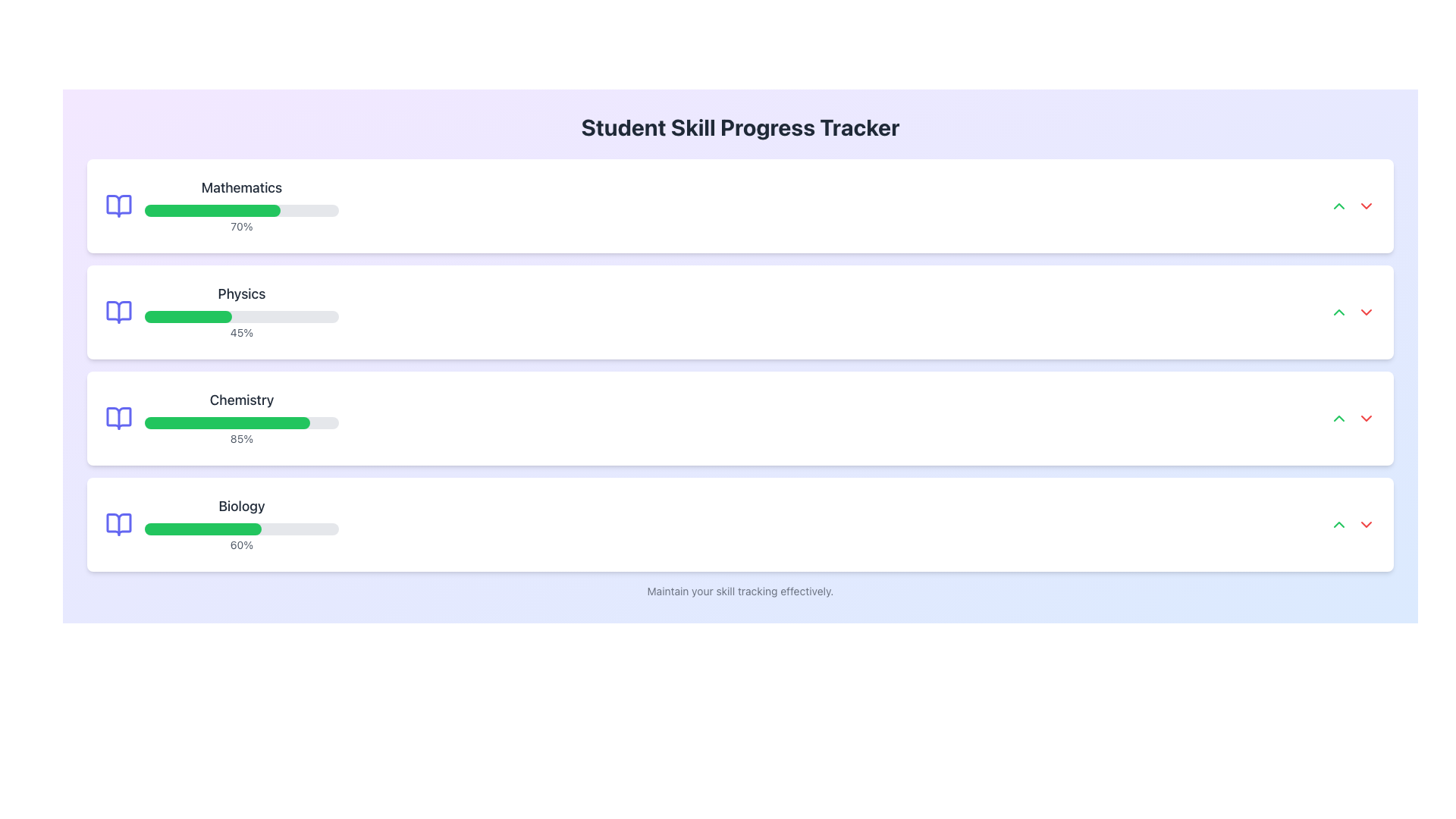 The width and height of the screenshot is (1456, 819). Describe the element at coordinates (1366, 418) in the screenshot. I see `the toggle button located in the 'Biology' section, which is the second icon to the right in the horizontal row of controls, adjacent to a green upwards-facing arrow icon` at that location.